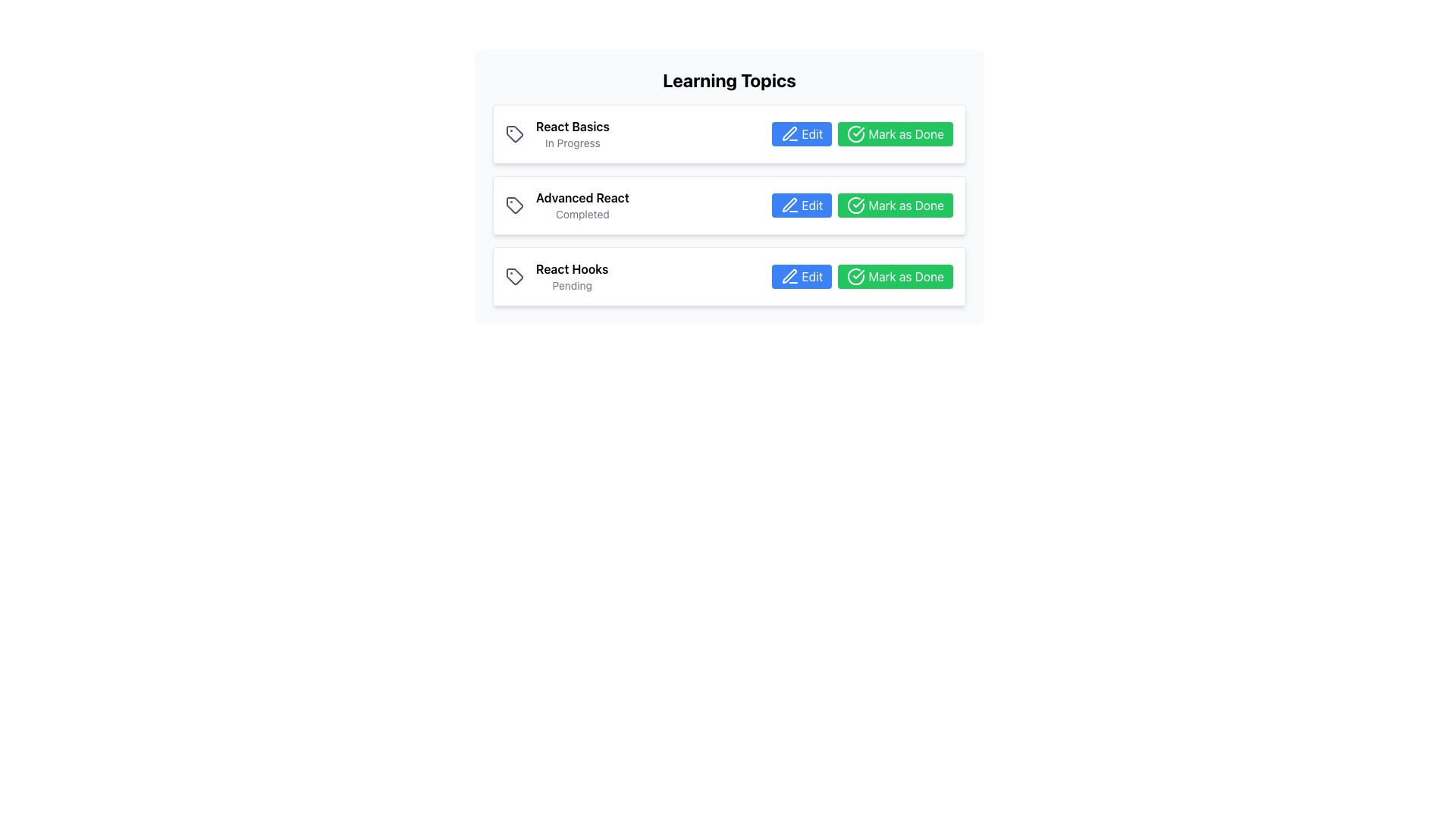 Image resolution: width=1456 pixels, height=819 pixels. Describe the element at coordinates (514, 205) in the screenshot. I see `the tag-style icon with a gray outline and a circular dot, located within the 'Advanced React' and 'Completed' row, positioned on the left side adjacent to the text` at that location.